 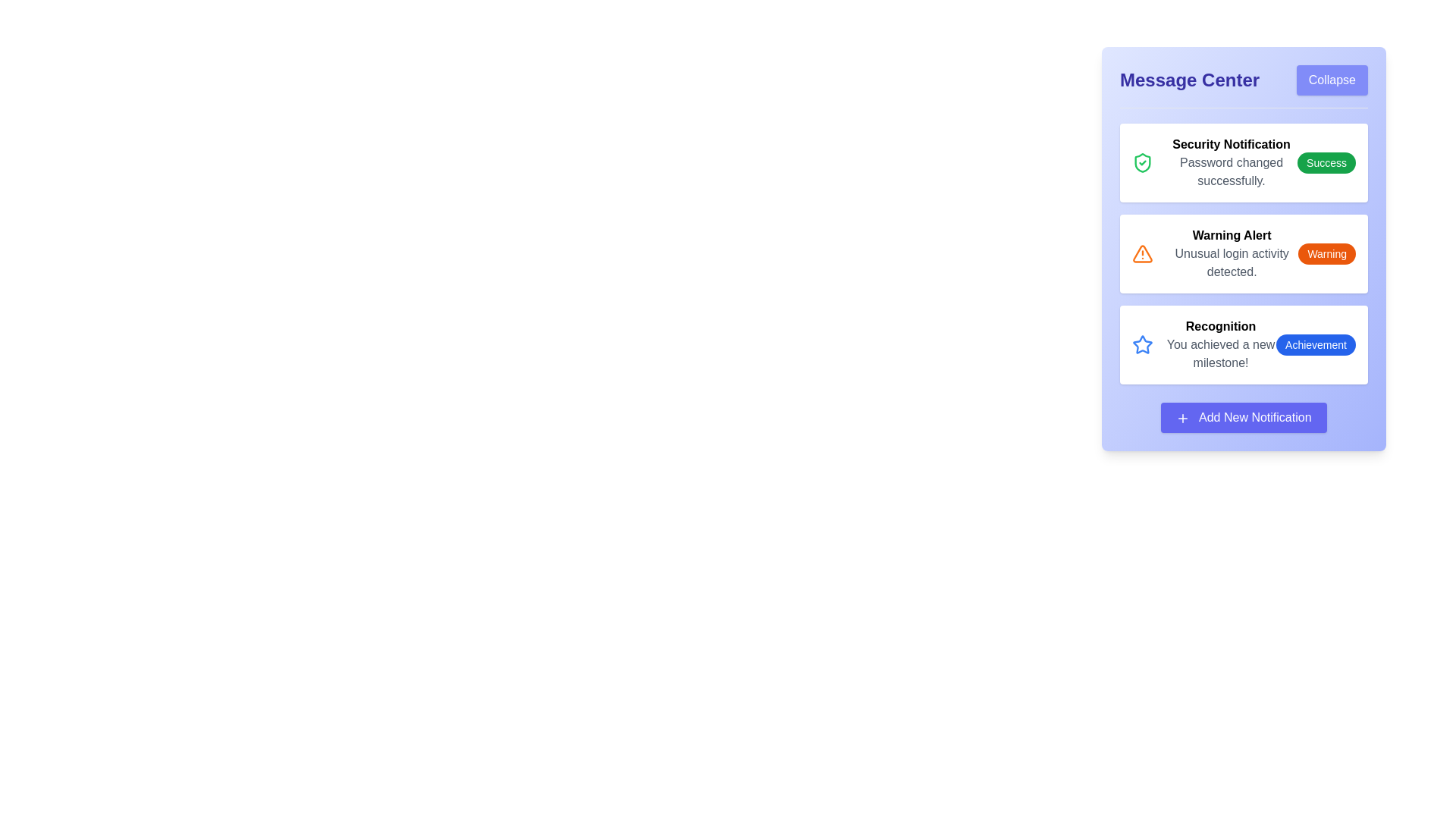 I want to click on the text block titled 'Recognition', which displays the message 'You achieved a new milestone!' in the third notification card of the 'Message Center', so click(x=1221, y=345).